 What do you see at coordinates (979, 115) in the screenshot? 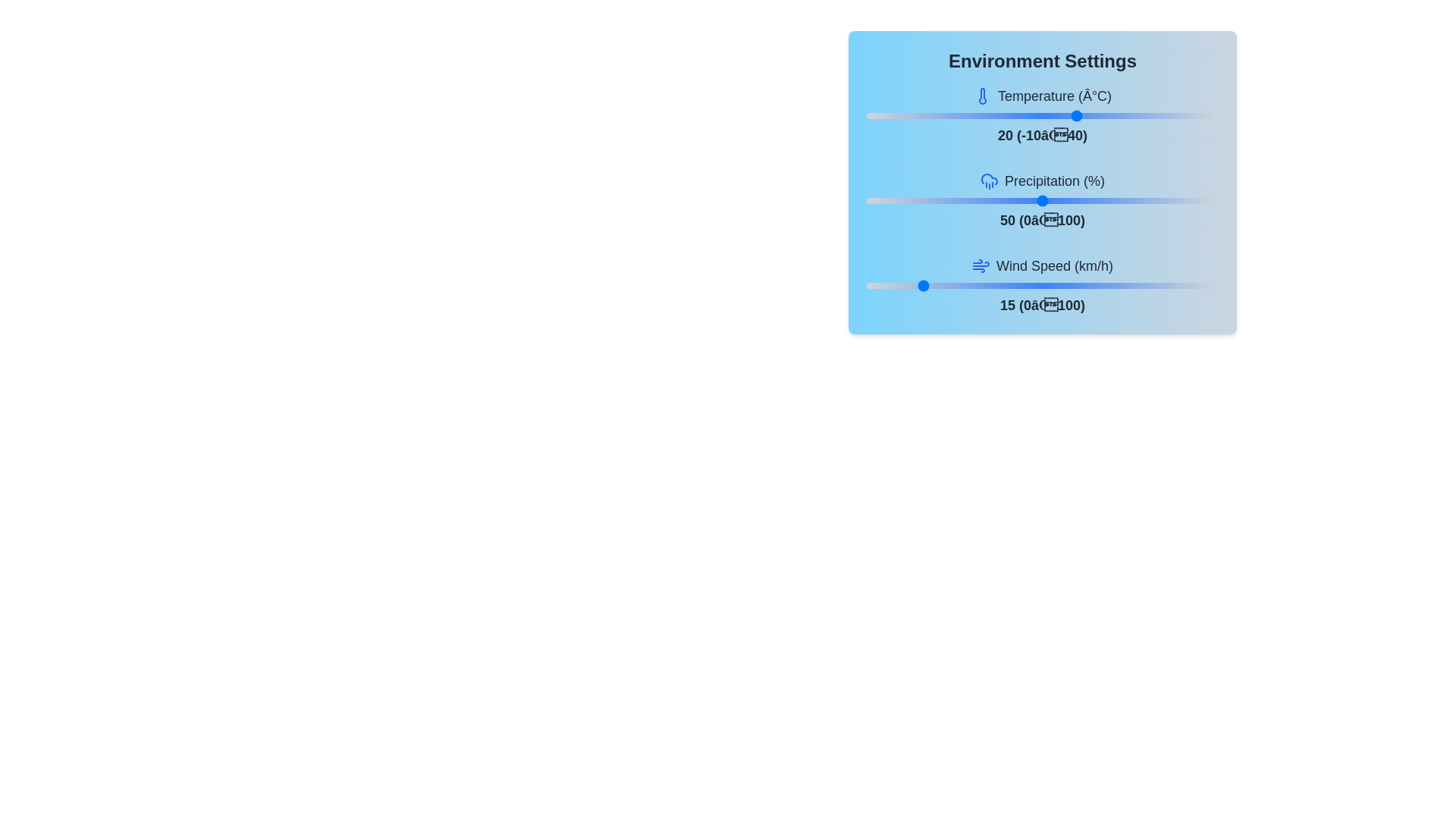
I see `the temperature` at bounding box center [979, 115].